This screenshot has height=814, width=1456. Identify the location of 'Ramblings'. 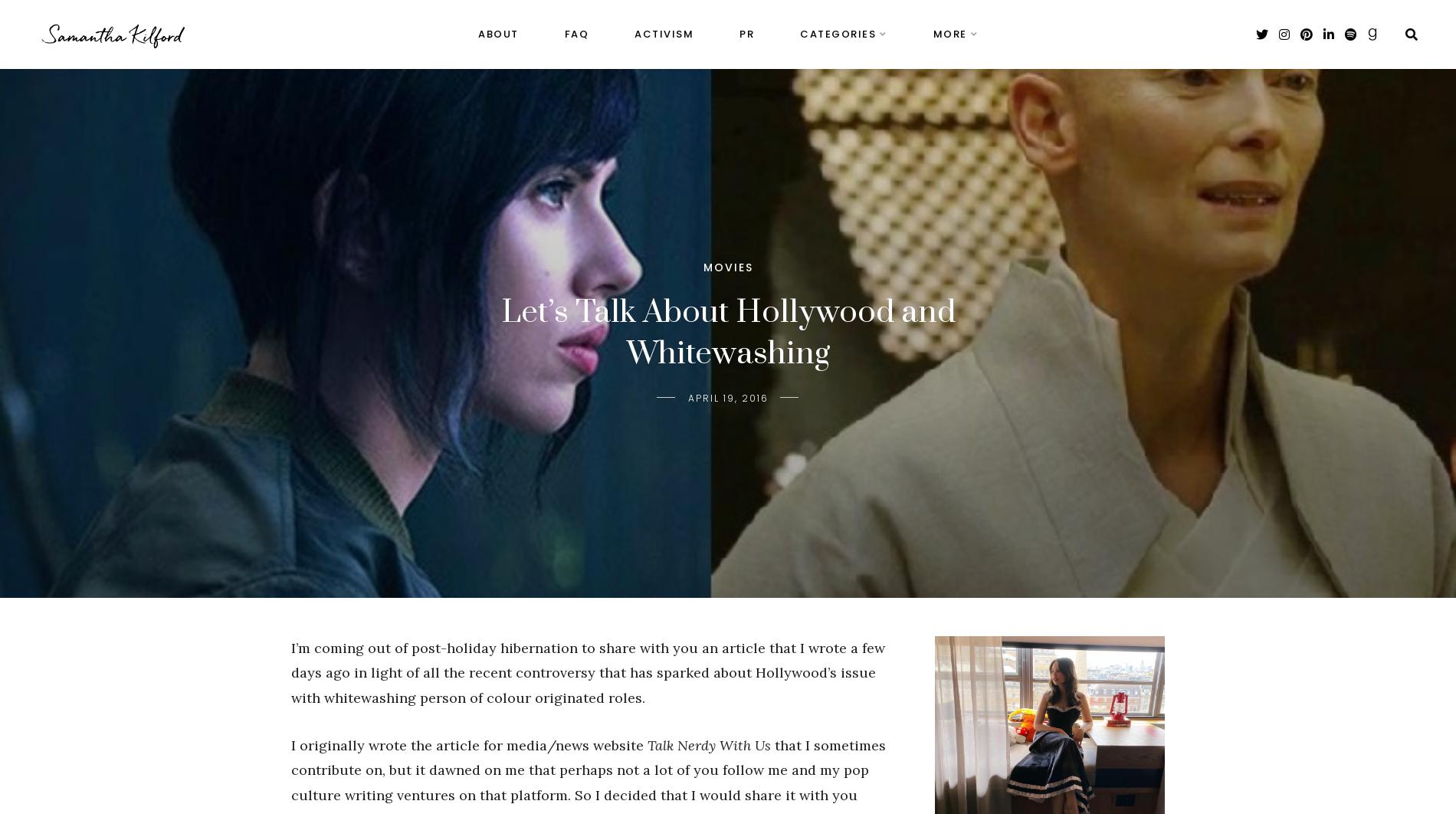
(828, 145).